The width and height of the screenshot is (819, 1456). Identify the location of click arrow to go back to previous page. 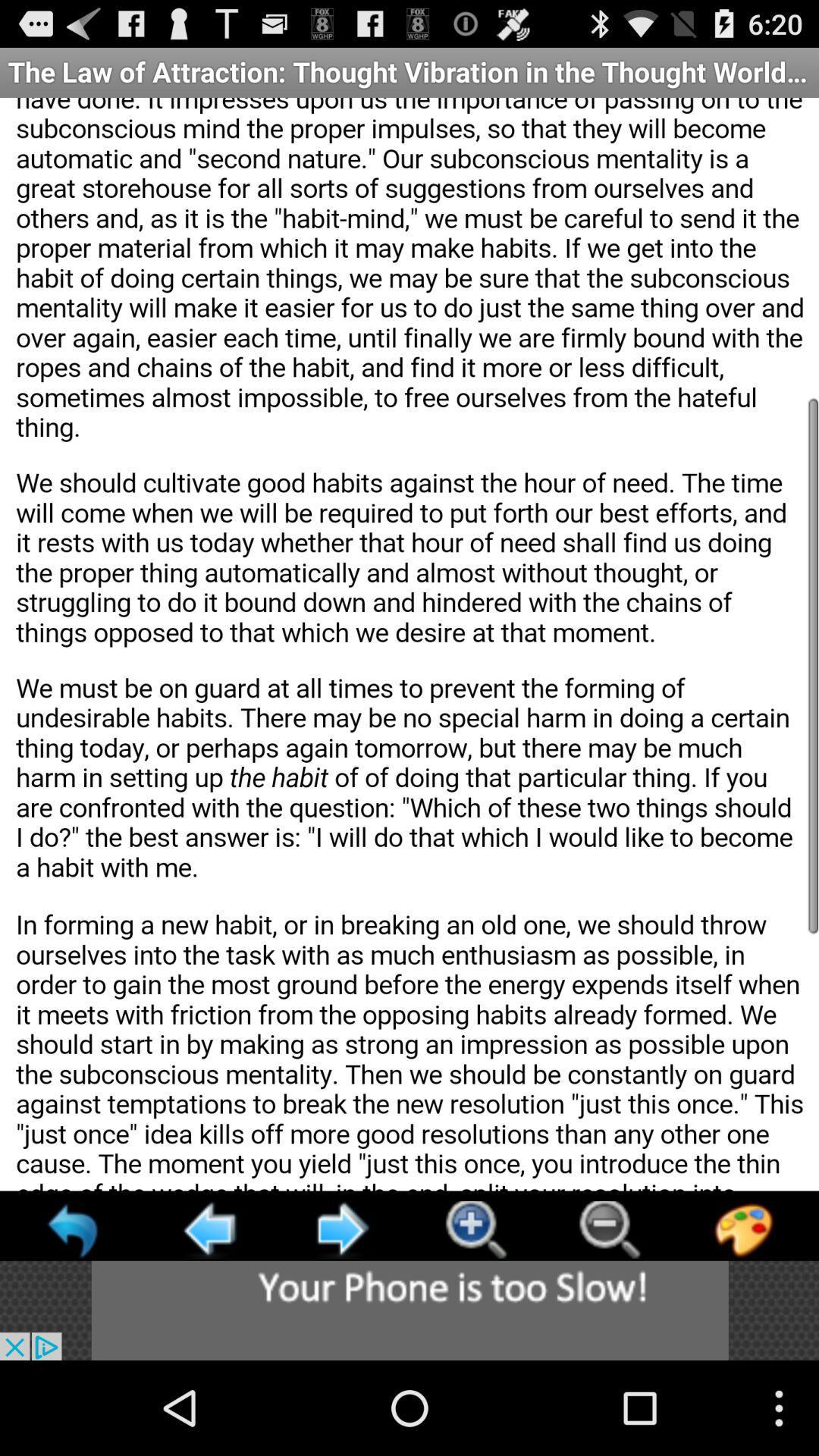
(208, 1229).